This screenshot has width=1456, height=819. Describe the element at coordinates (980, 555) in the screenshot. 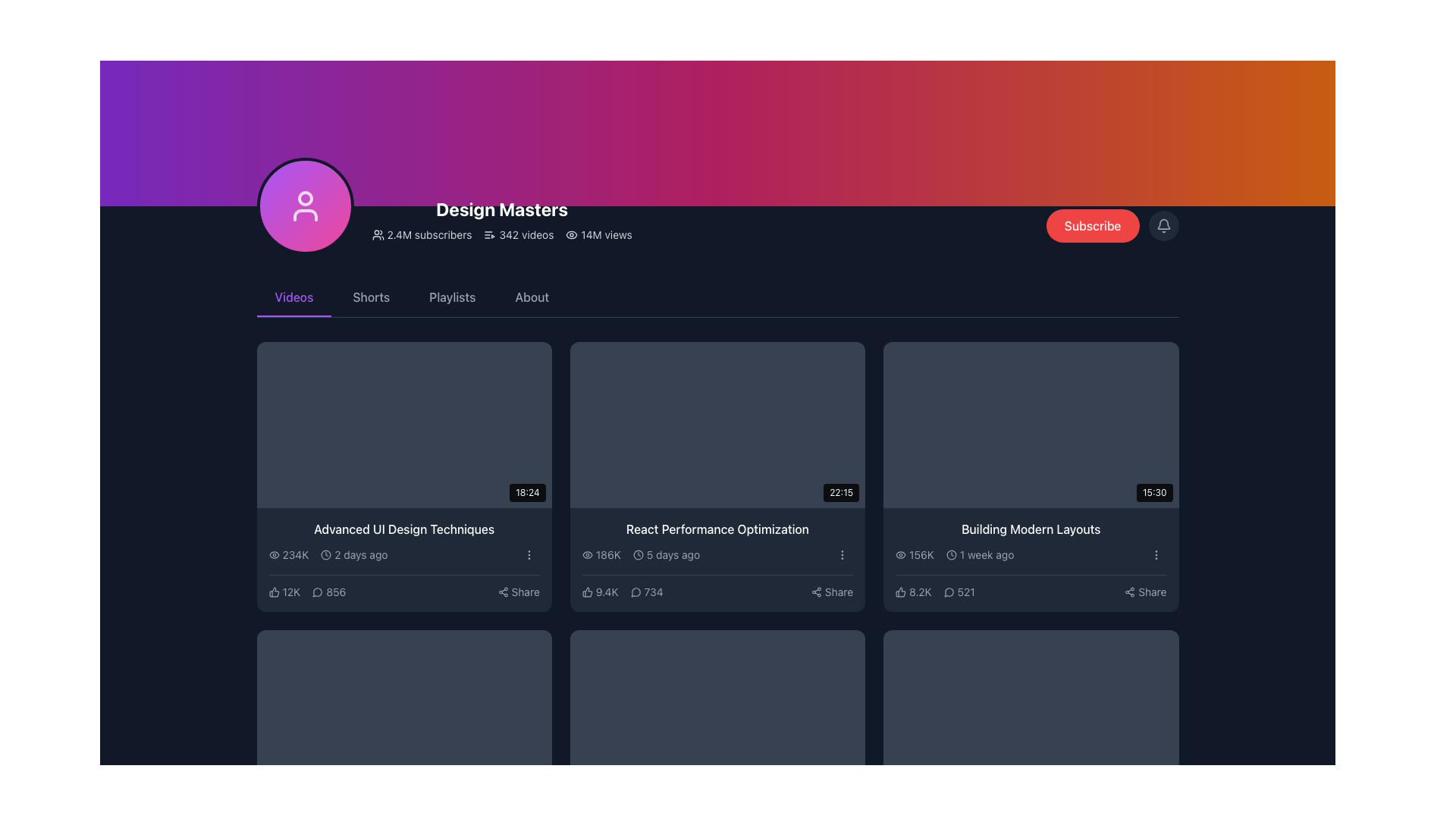

I see `timestamp description displayed as '1 week ago' with a clock icon, located below the title 'Building Modern Layouts' in the third column of the video grid` at that location.